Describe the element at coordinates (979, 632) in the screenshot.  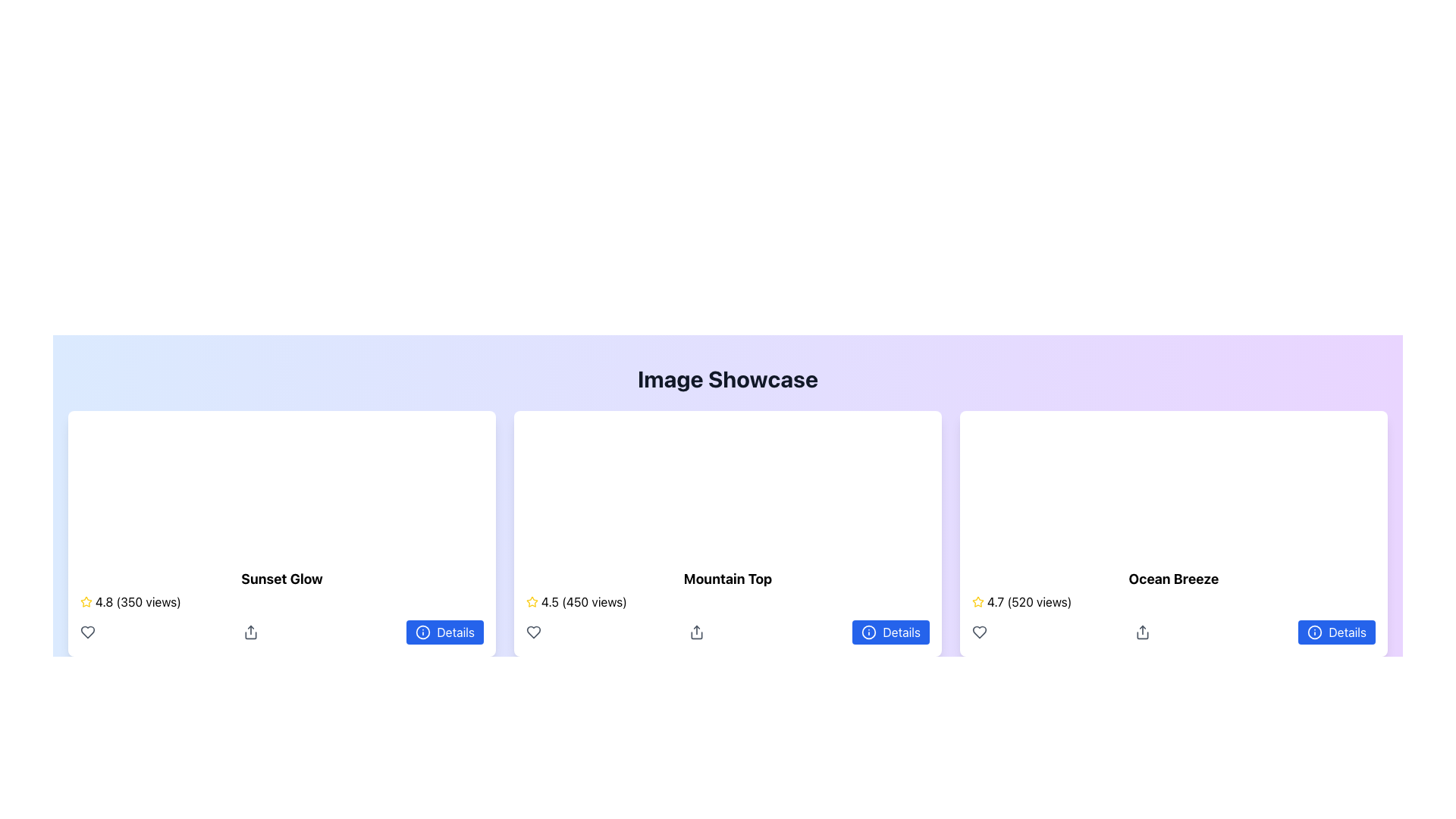
I see `the heart icon with a hollow outline located in the third image card labeled 'Ocean Breeze', positioned below the rating text and above the social sharing icon` at that location.